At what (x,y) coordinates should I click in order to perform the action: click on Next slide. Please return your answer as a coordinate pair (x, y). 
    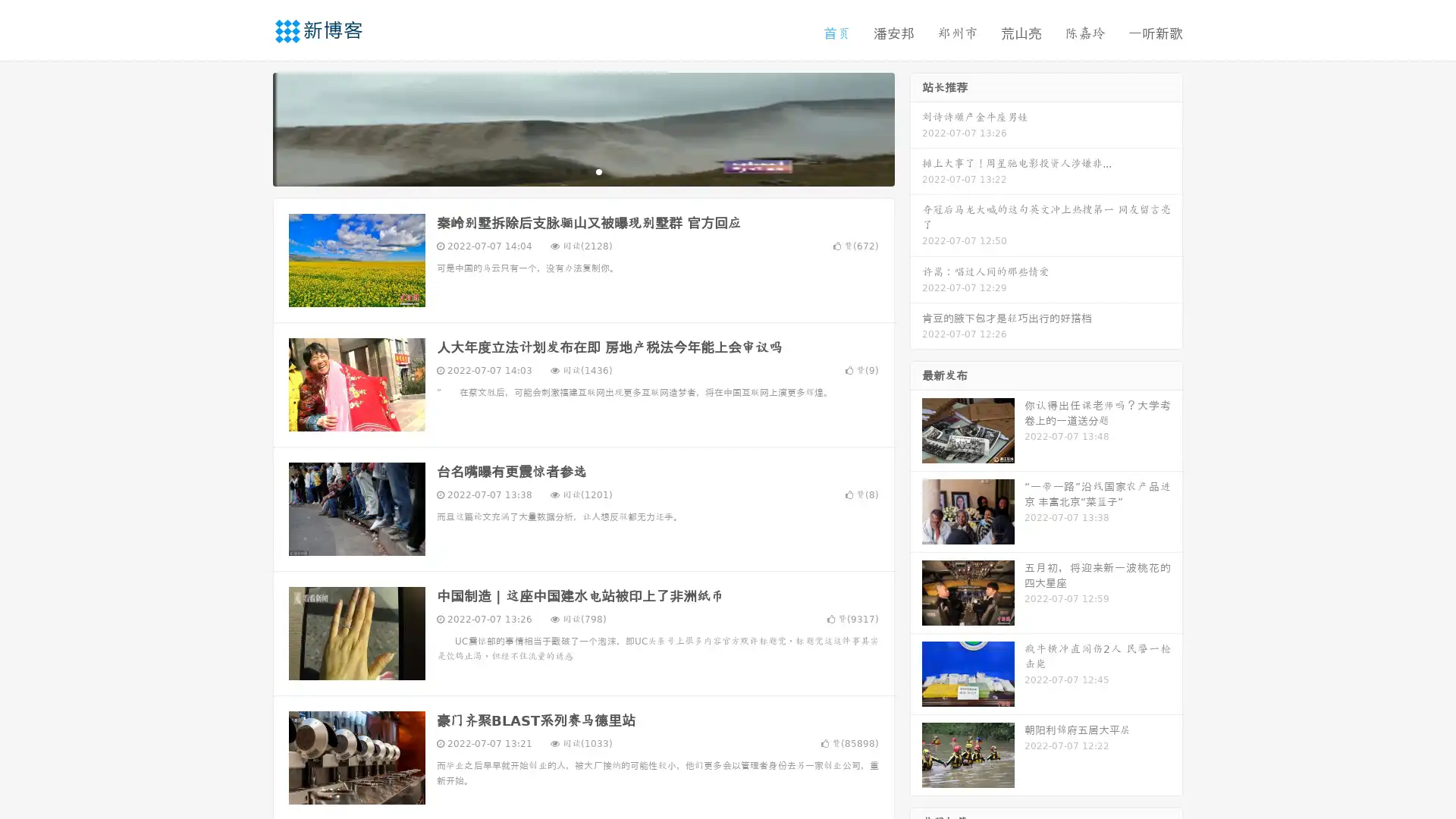
    Looking at the image, I should click on (916, 127).